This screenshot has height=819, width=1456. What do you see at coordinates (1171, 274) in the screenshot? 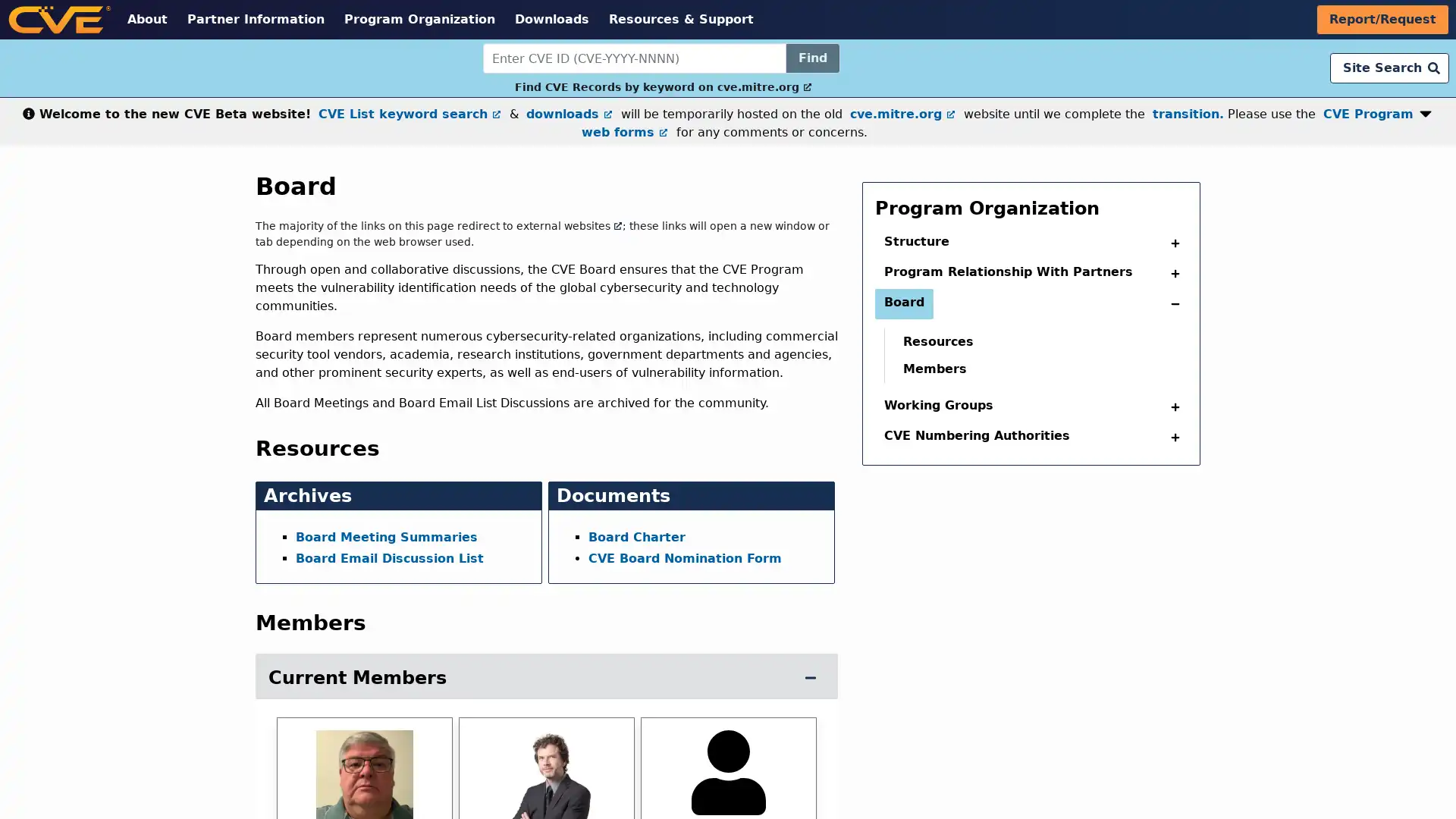
I see `collapse` at bounding box center [1171, 274].